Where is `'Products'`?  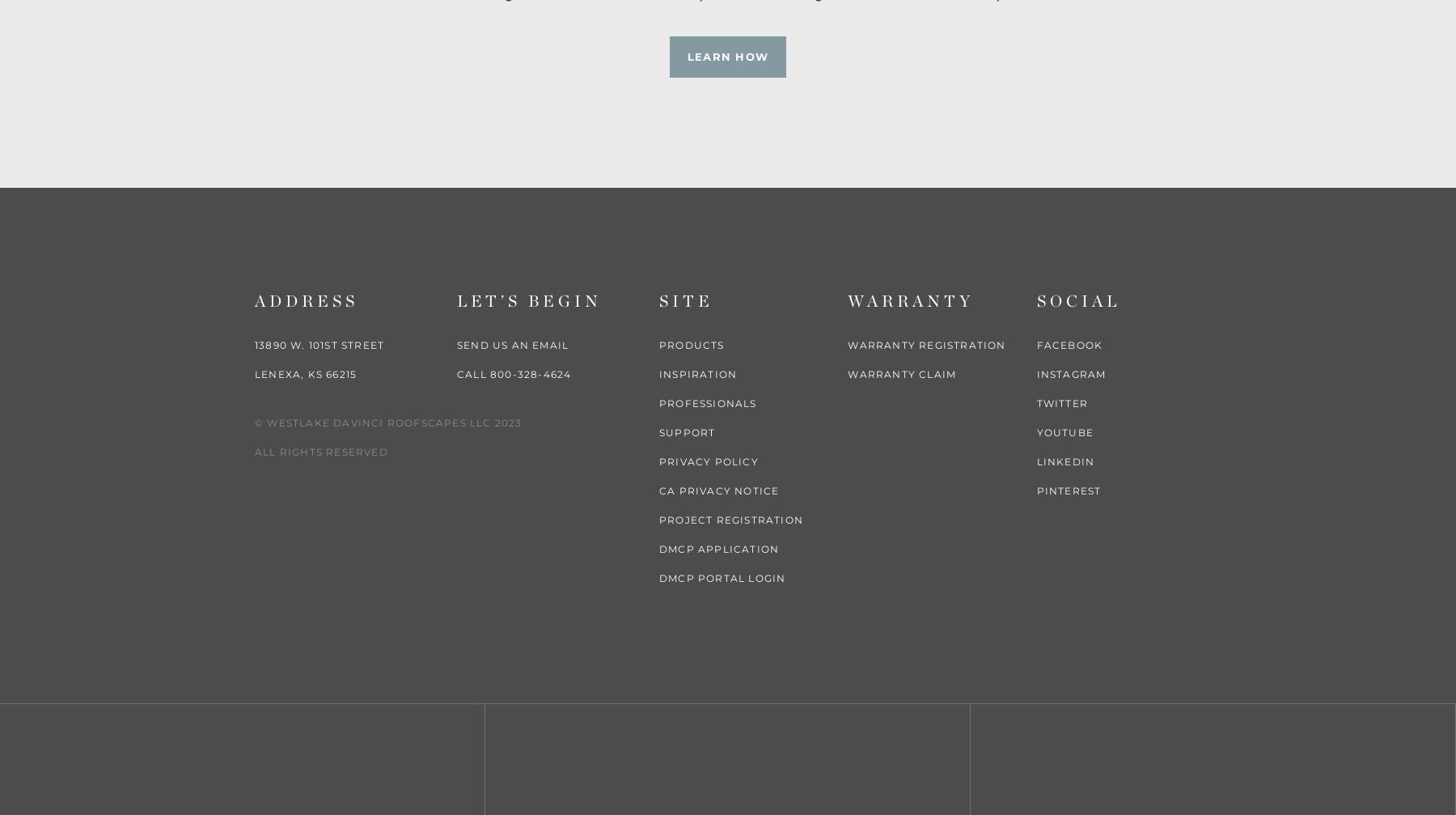 'Products' is located at coordinates (659, 344).